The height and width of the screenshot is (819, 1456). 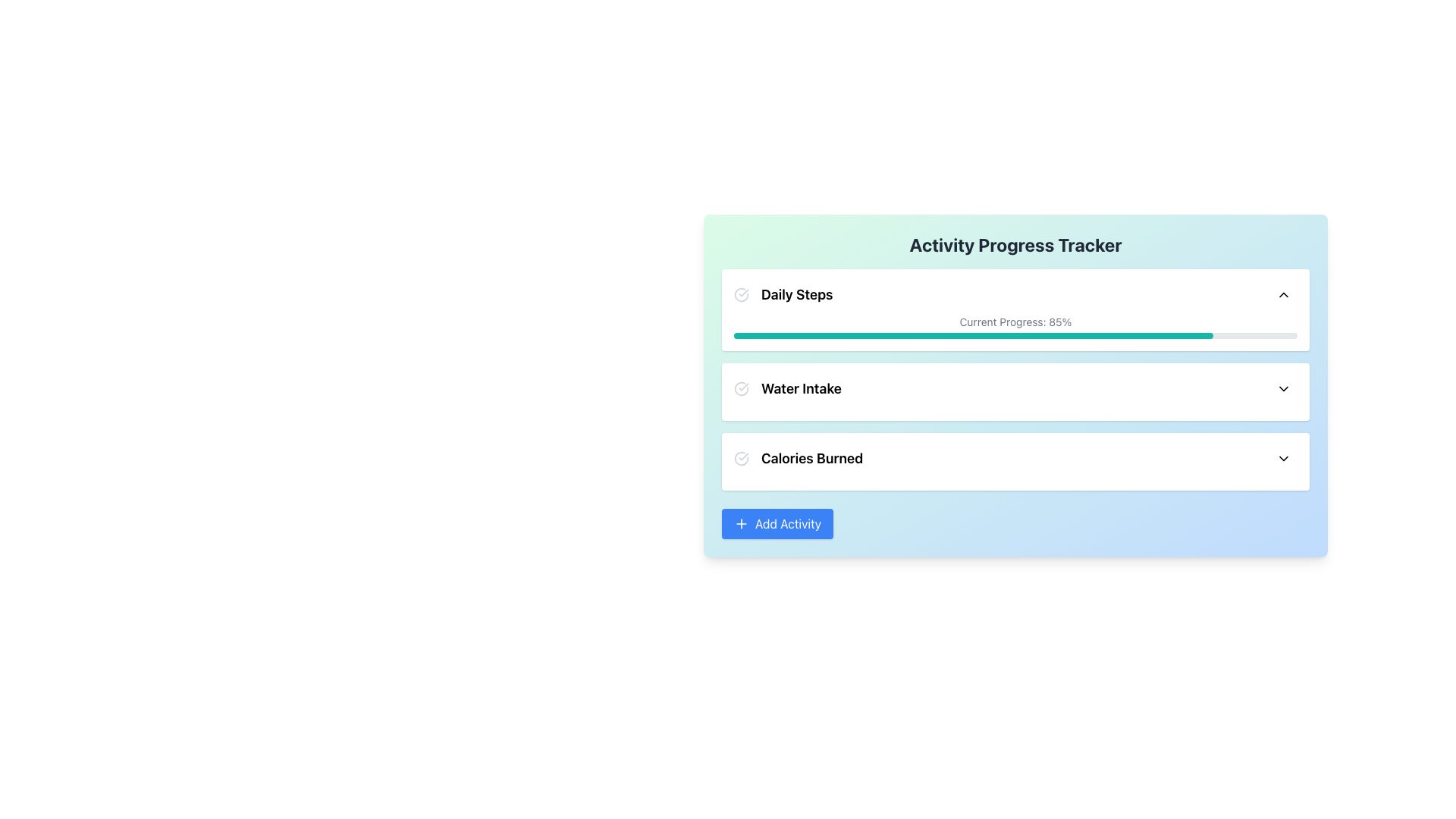 What do you see at coordinates (796, 295) in the screenshot?
I see `text of the bold label 'Daily Steps' located at the top-left corner of the activity section, beside the checkmark icon` at bounding box center [796, 295].